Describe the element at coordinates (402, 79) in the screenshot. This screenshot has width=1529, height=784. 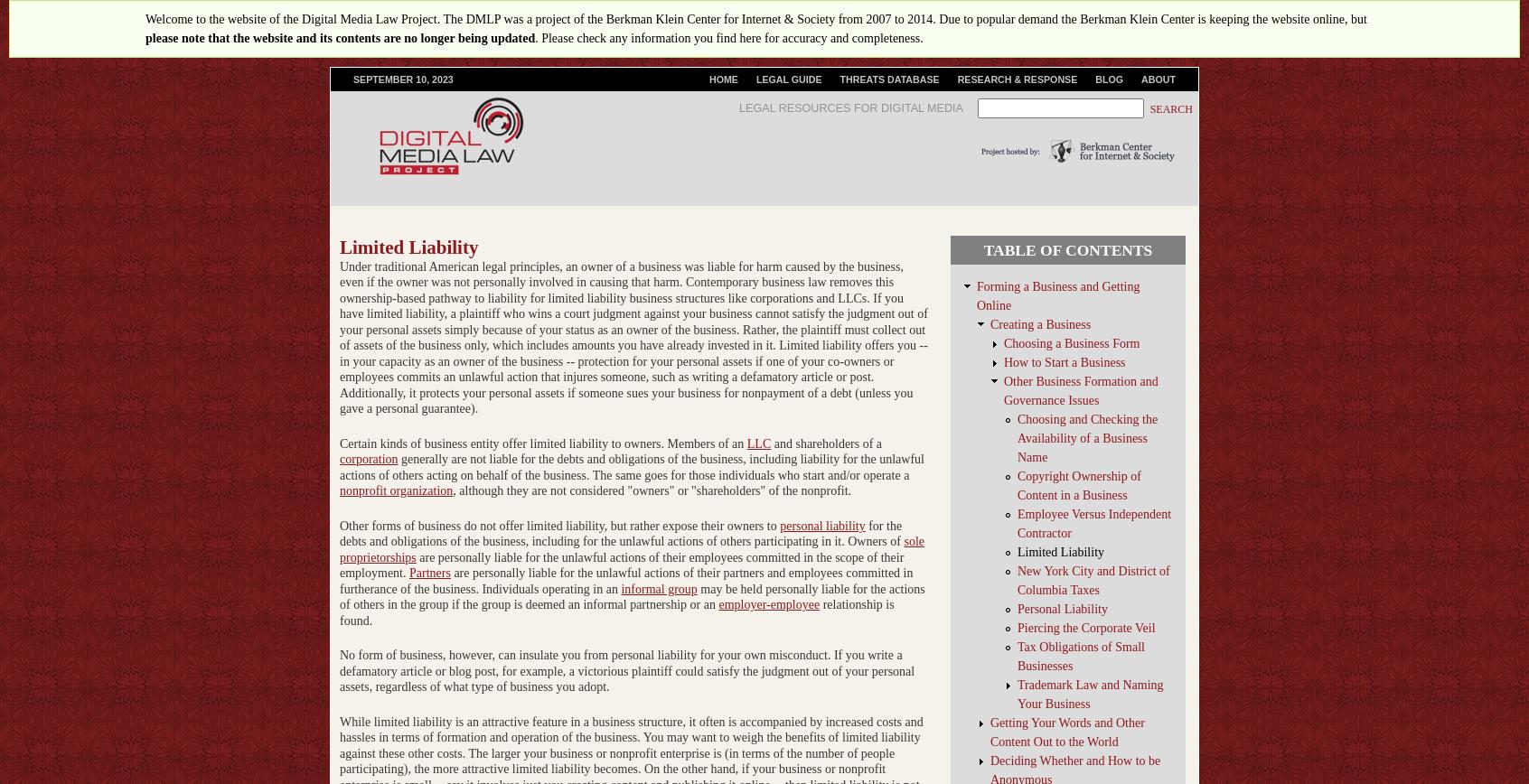
I see `'September 10, 2023'` at that location.